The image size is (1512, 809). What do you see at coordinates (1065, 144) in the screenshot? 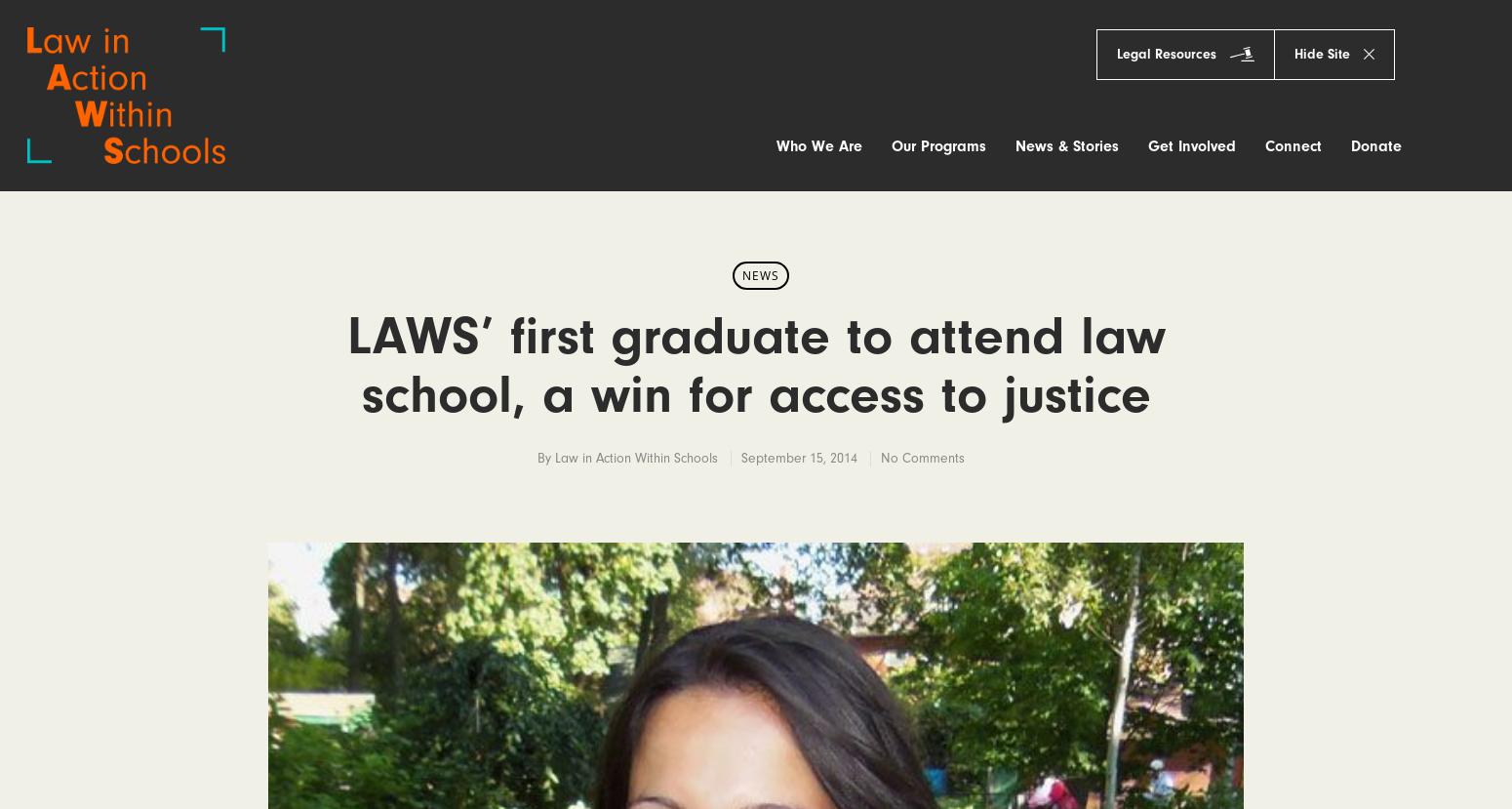
I see `'News & Stories'` at bounding box center [1065, 144].